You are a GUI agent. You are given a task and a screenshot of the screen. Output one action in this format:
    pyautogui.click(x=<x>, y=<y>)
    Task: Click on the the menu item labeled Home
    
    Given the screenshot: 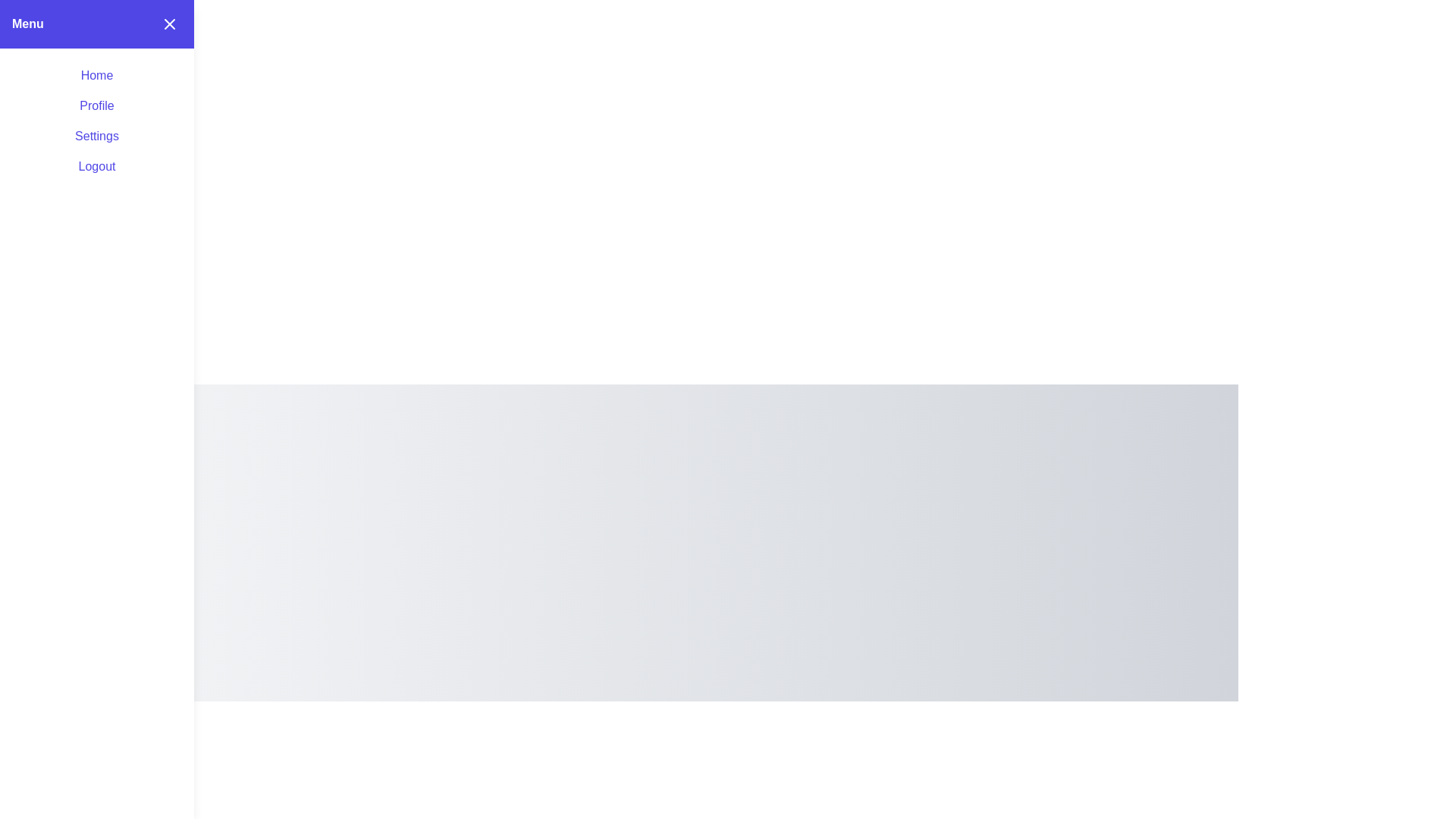 What is the action you would take?
    pyautogui.click(x=96, y=75)
    